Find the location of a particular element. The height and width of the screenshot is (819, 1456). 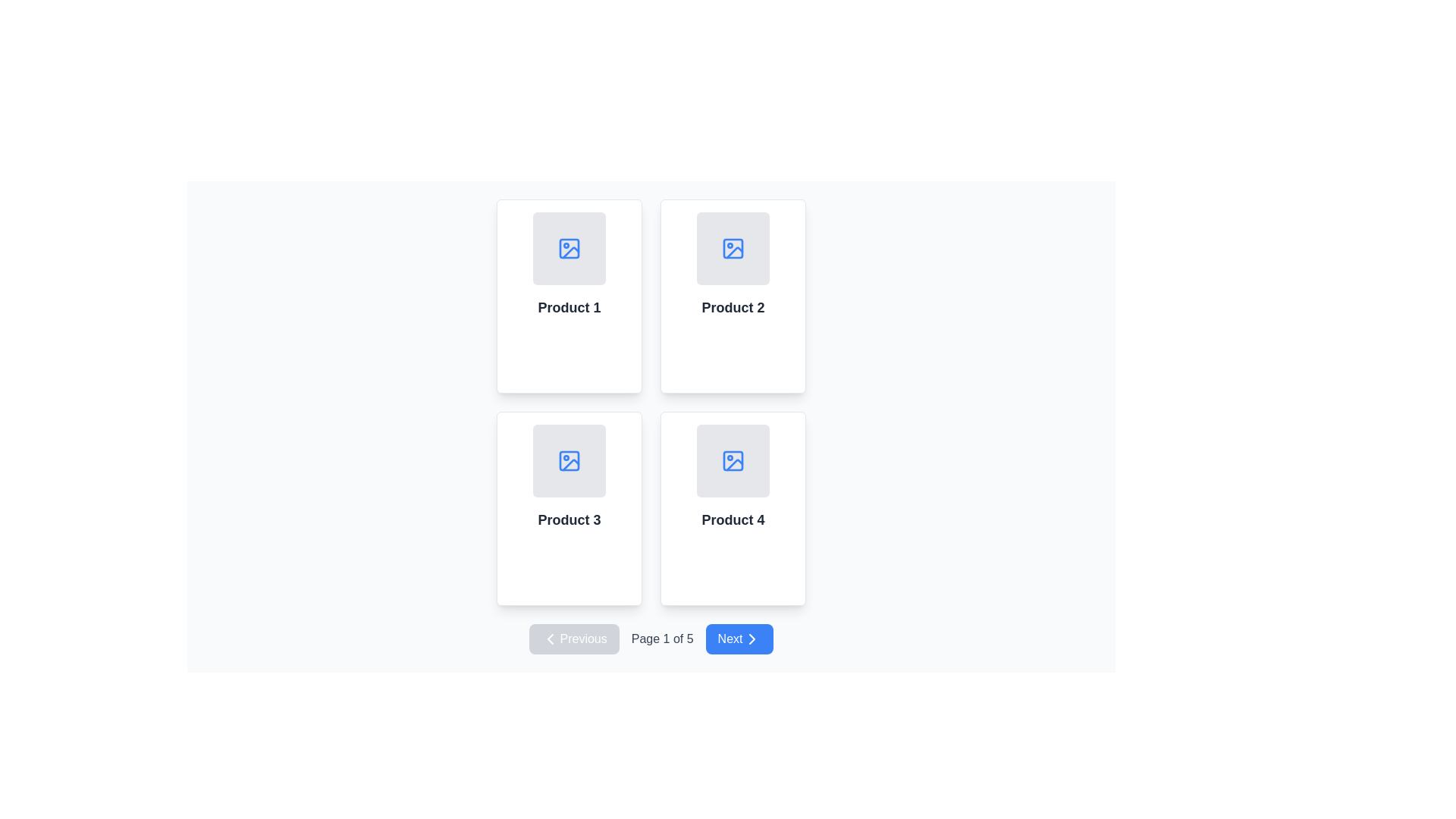

the right-pointing chevron icon within the 'Next' button, which has a blue background and white stroke lines is located at coordinates (752, 639).